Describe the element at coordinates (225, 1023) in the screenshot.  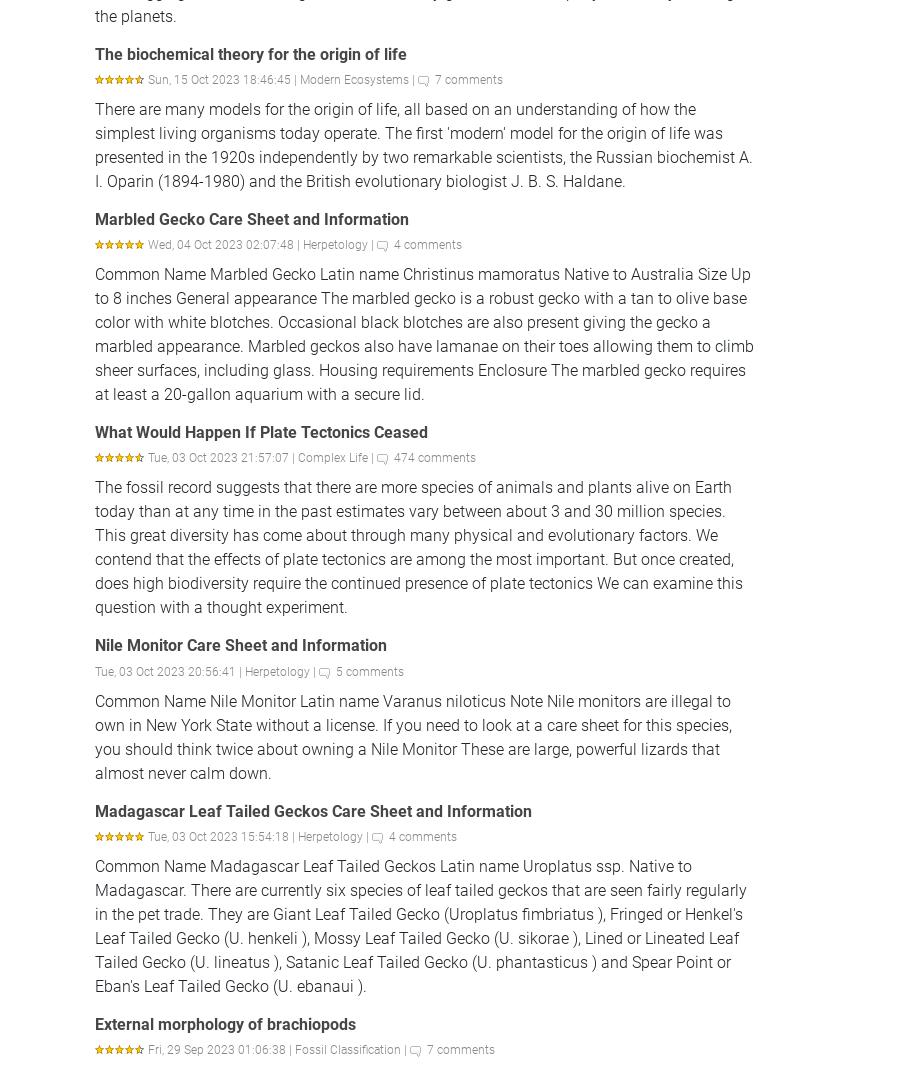
I see `'External morphology of brachiopods'` at that location.